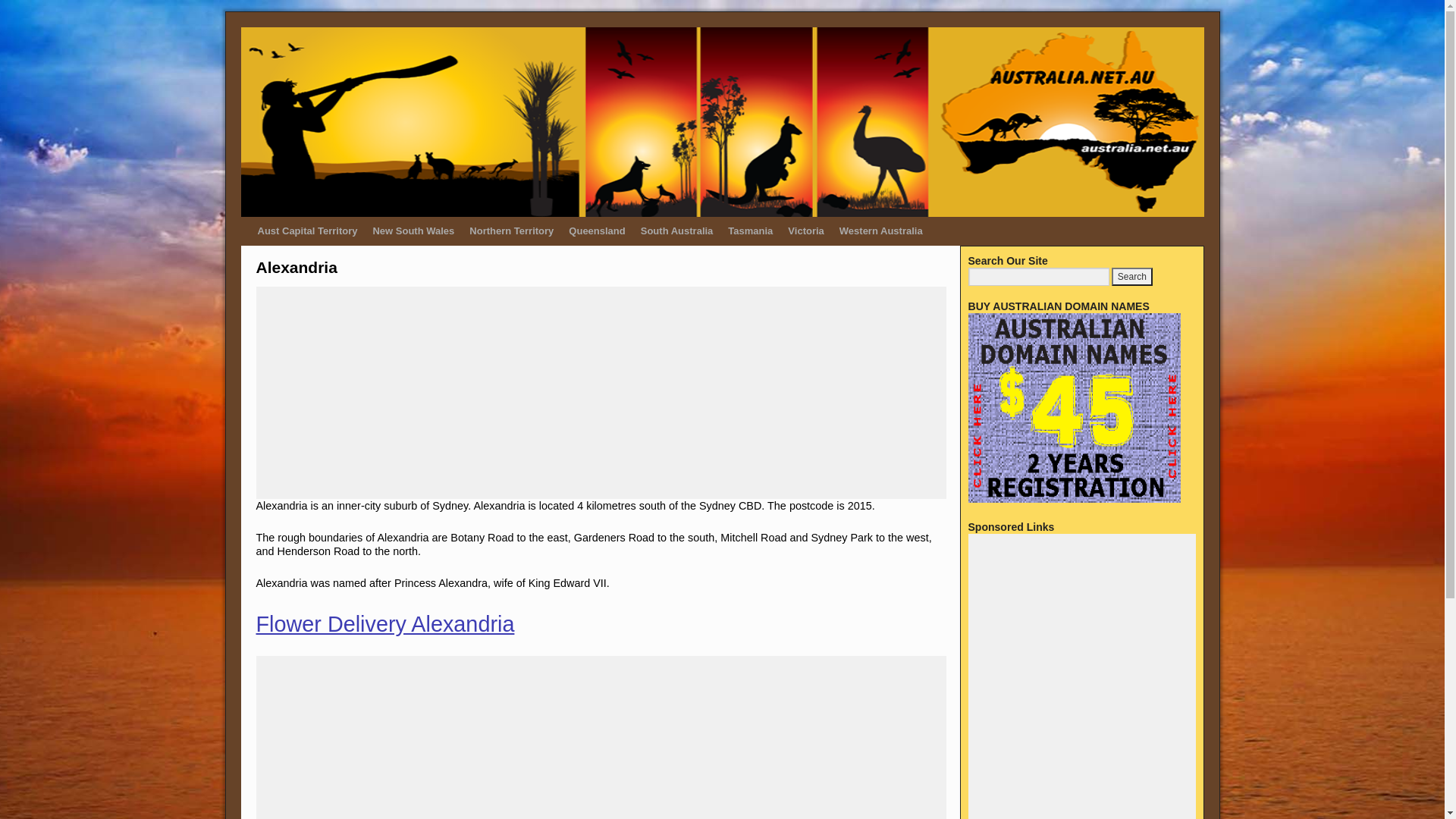  Describe the element at coordinates (307, 231) in the screenshot. I see `'Aust Capital Territory'` at that location.